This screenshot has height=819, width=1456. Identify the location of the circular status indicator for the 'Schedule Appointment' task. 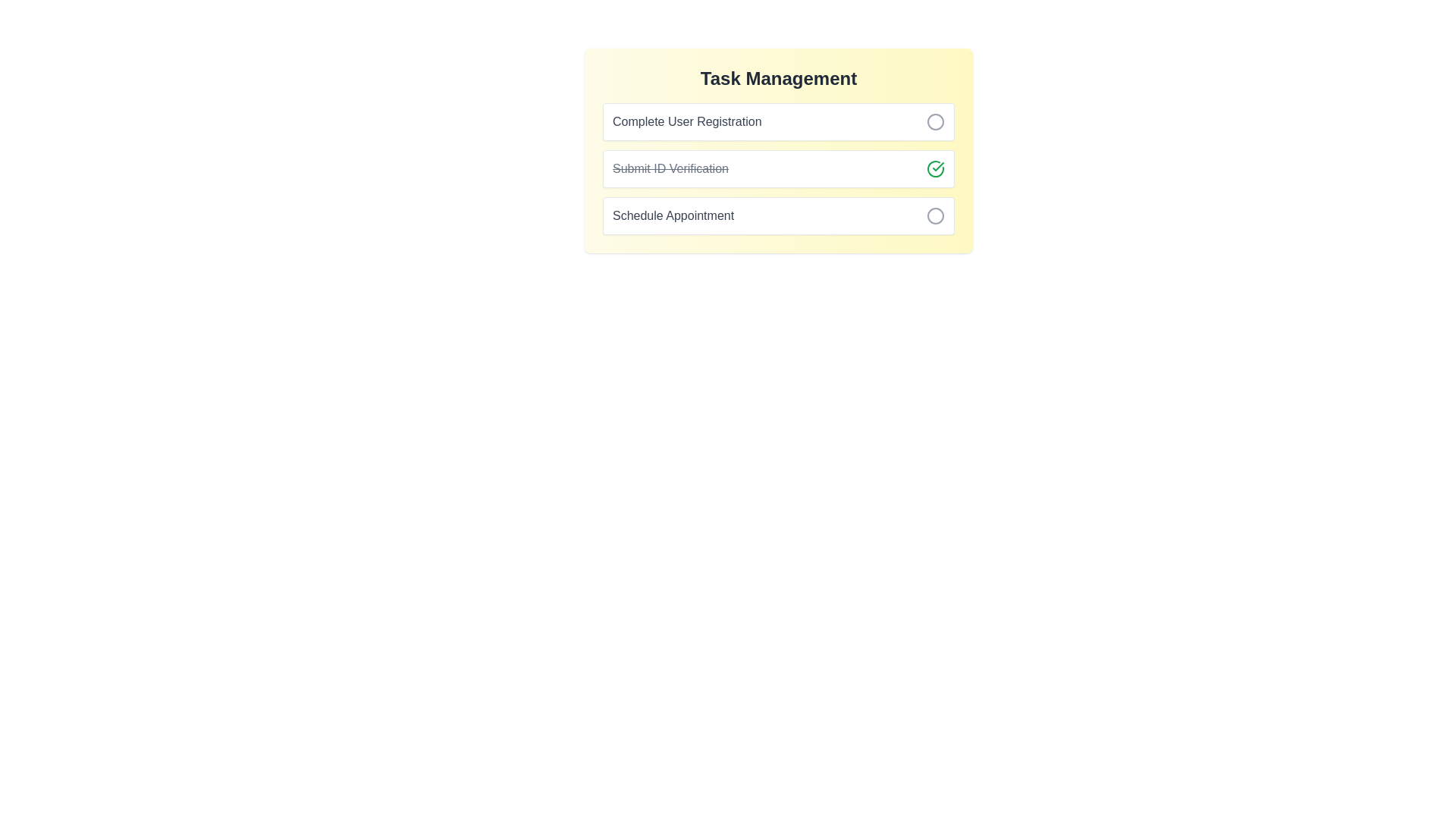
(934, 216).